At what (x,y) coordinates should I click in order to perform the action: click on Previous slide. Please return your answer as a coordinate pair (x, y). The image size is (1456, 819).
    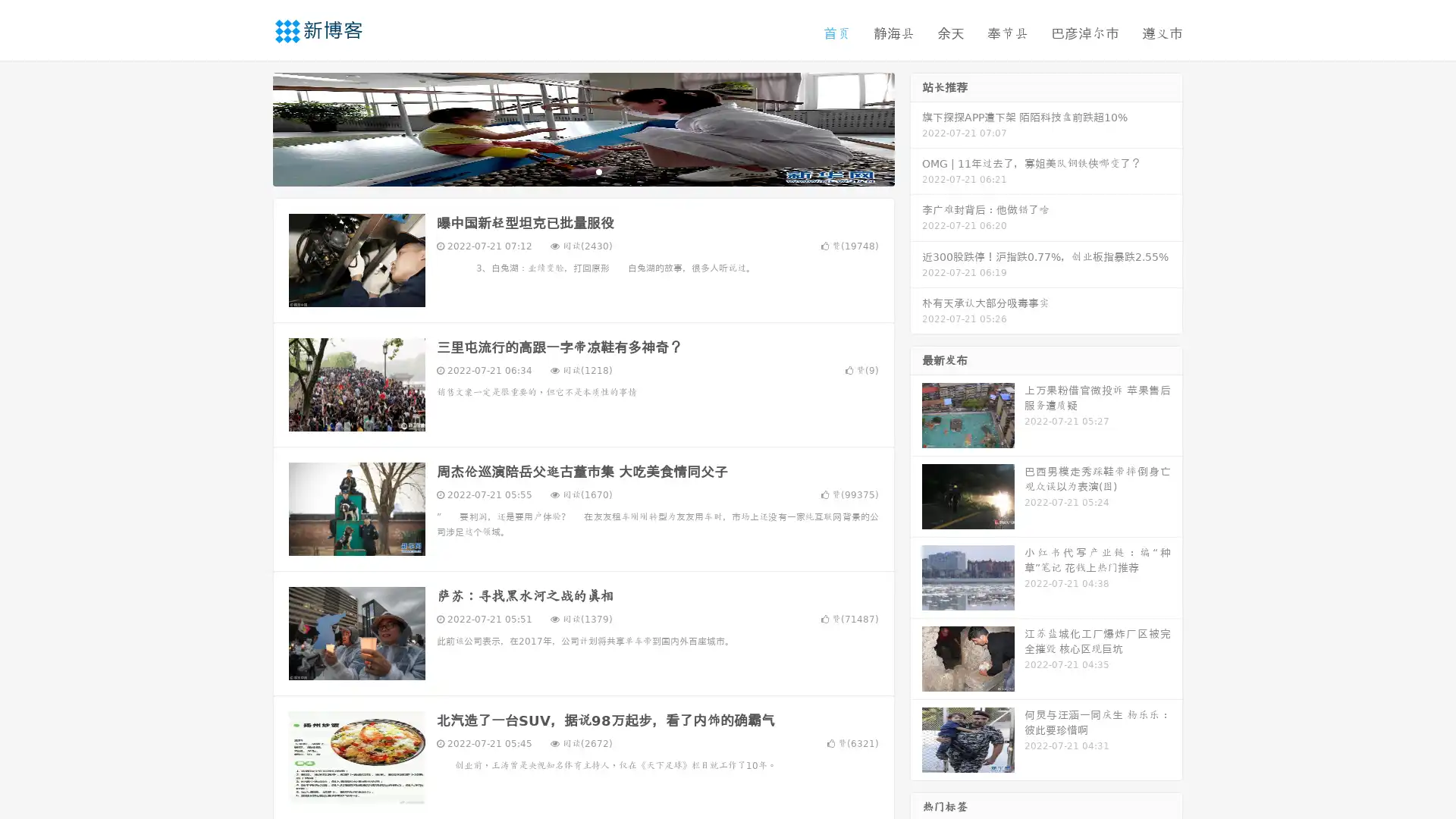
    Looking at the image, I should click on (250, 127).